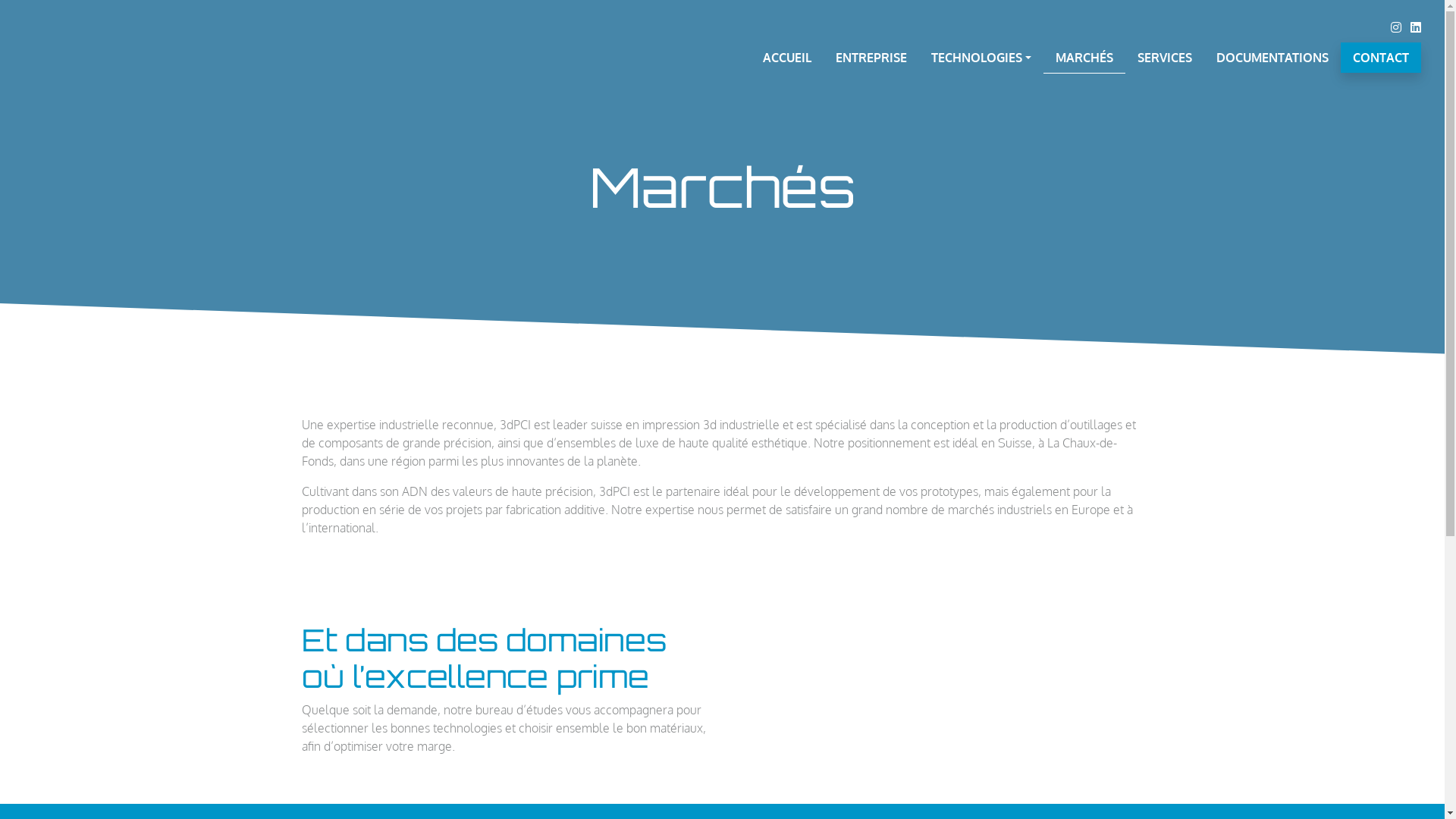  I want to click on 'LinkedIn', so click(1415, 27).